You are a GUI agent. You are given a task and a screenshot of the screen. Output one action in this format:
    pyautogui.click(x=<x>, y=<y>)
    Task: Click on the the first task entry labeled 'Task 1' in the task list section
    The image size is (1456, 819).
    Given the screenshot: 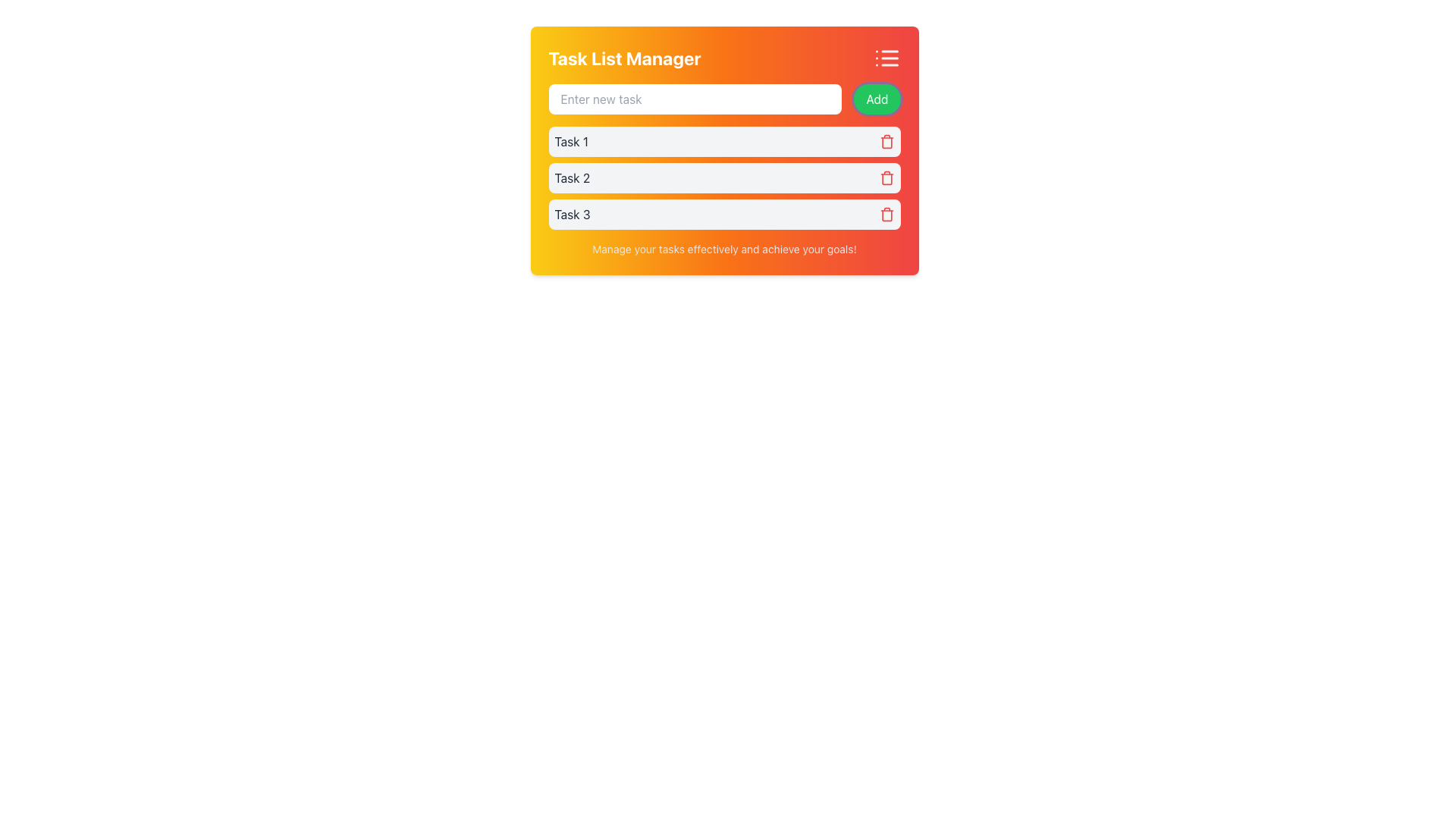 What is the action you would take?
    pyautogui.click(x=723, y=157)
    